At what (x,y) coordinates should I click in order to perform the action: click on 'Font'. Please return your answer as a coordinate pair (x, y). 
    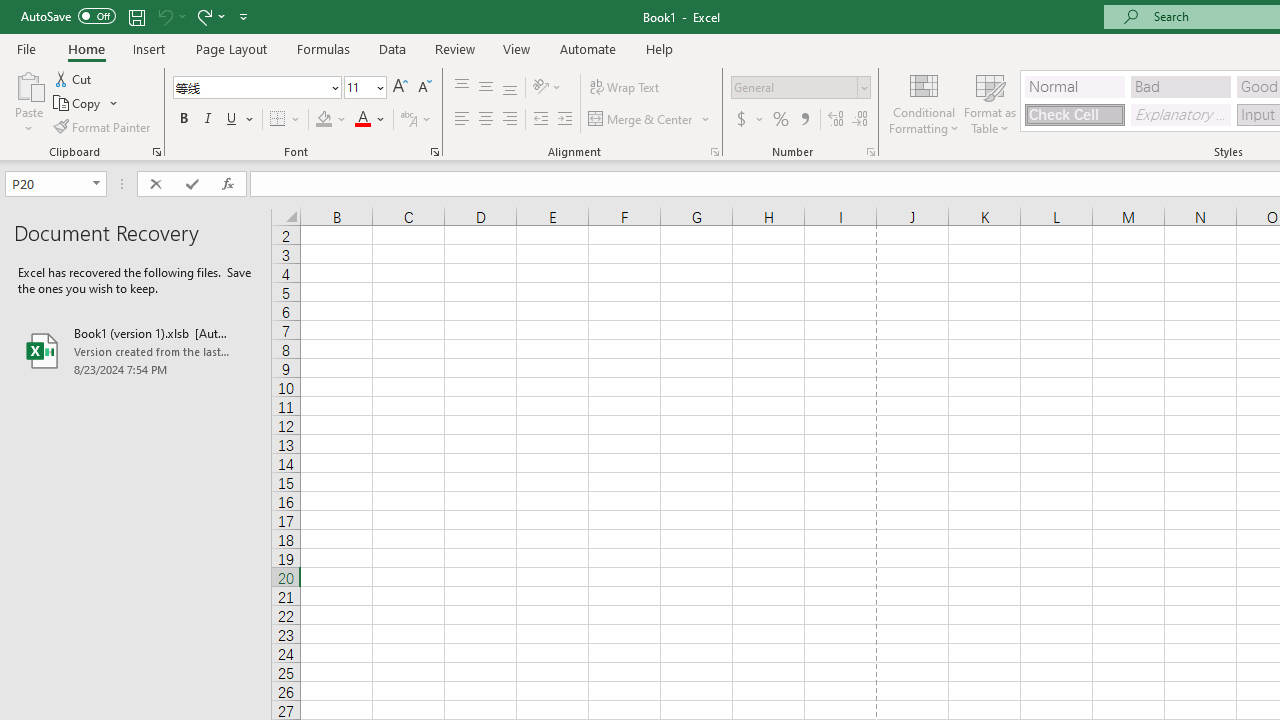
    Looking at the image, I should click on (256, 86).